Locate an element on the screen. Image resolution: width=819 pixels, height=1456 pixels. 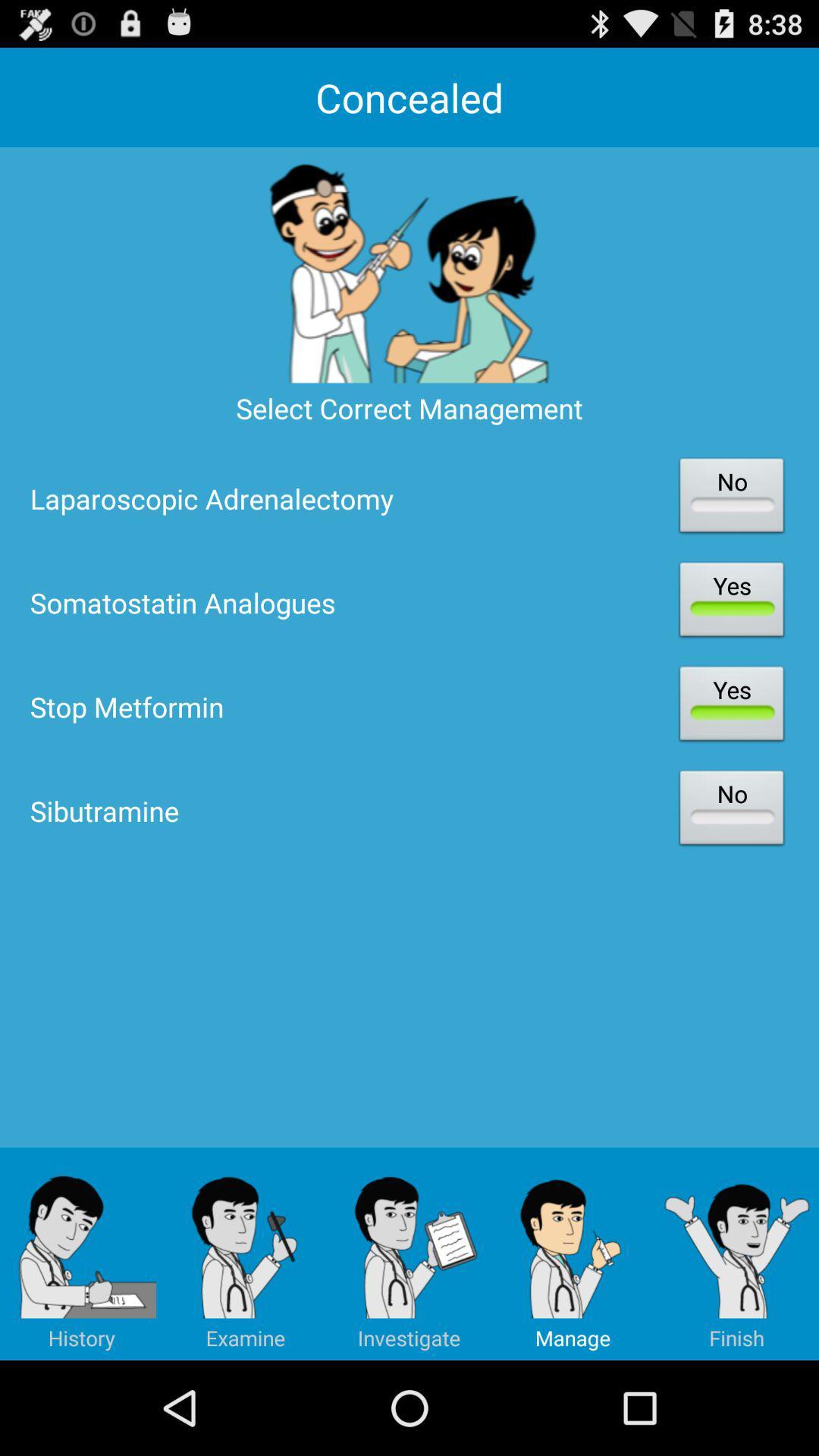
item below sibutramine is located at coordinates (82, 1254).